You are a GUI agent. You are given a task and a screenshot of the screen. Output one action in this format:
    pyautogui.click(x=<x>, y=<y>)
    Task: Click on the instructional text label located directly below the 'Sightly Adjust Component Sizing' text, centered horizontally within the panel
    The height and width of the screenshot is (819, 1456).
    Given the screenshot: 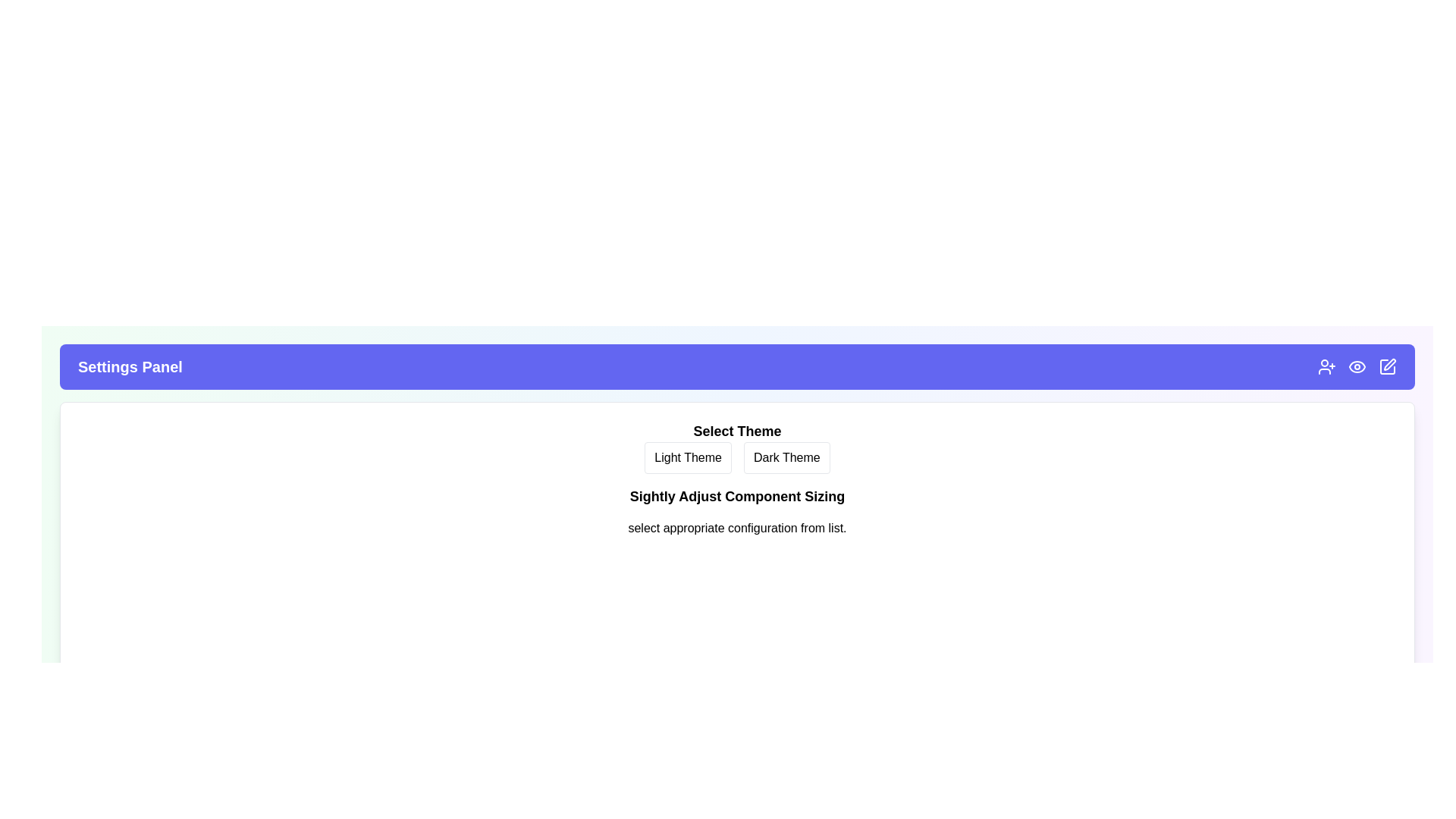 What is the action you would take?
    pyautogui.click(x=737, y=528)
    